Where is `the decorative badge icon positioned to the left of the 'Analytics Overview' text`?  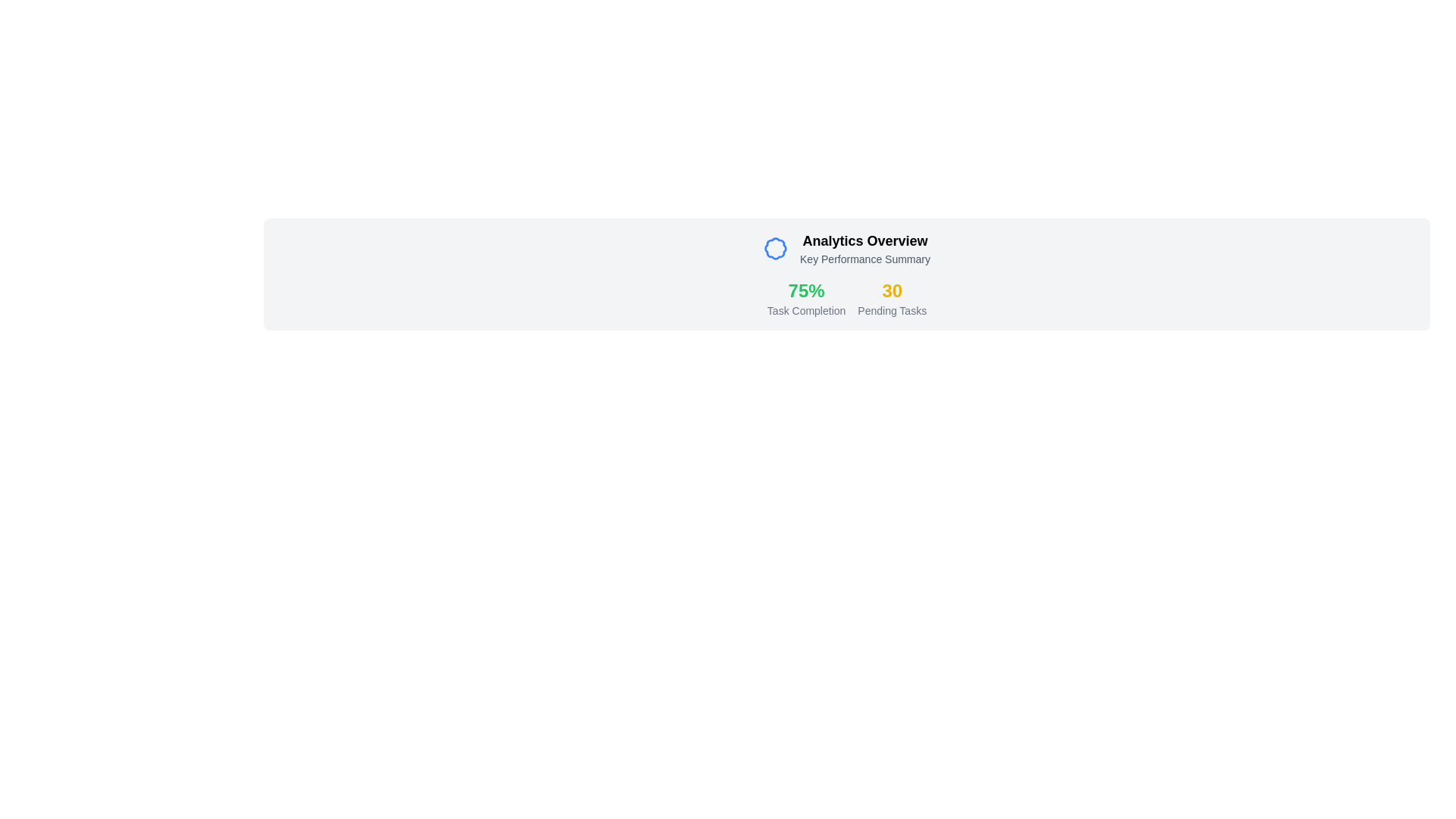
the decorative badge icon positioned to the left of the 'Analytics Overview' text is located at coordinates (775, 247).